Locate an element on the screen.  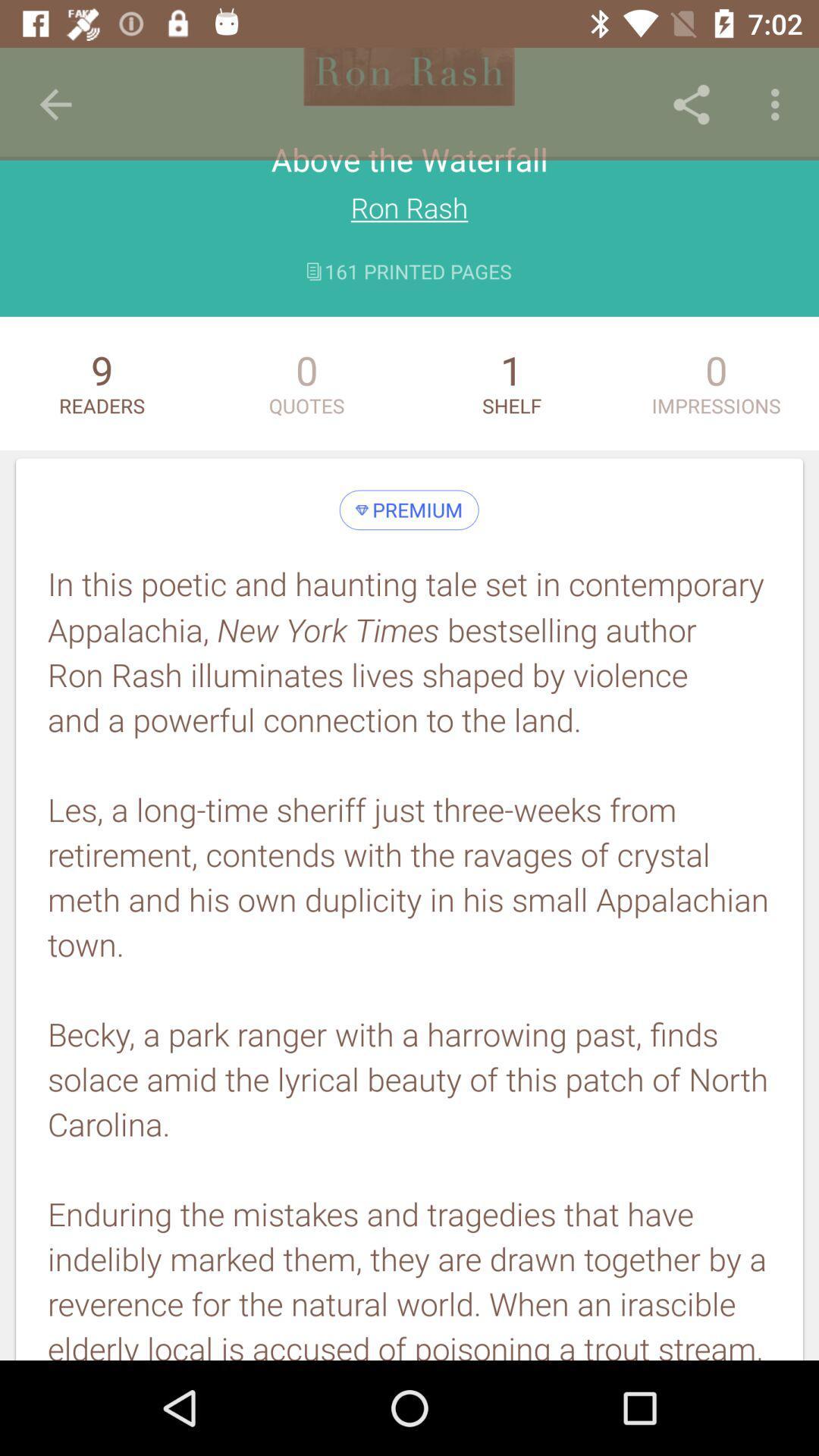
item above 9 icon is located at coordinates (55, 104).